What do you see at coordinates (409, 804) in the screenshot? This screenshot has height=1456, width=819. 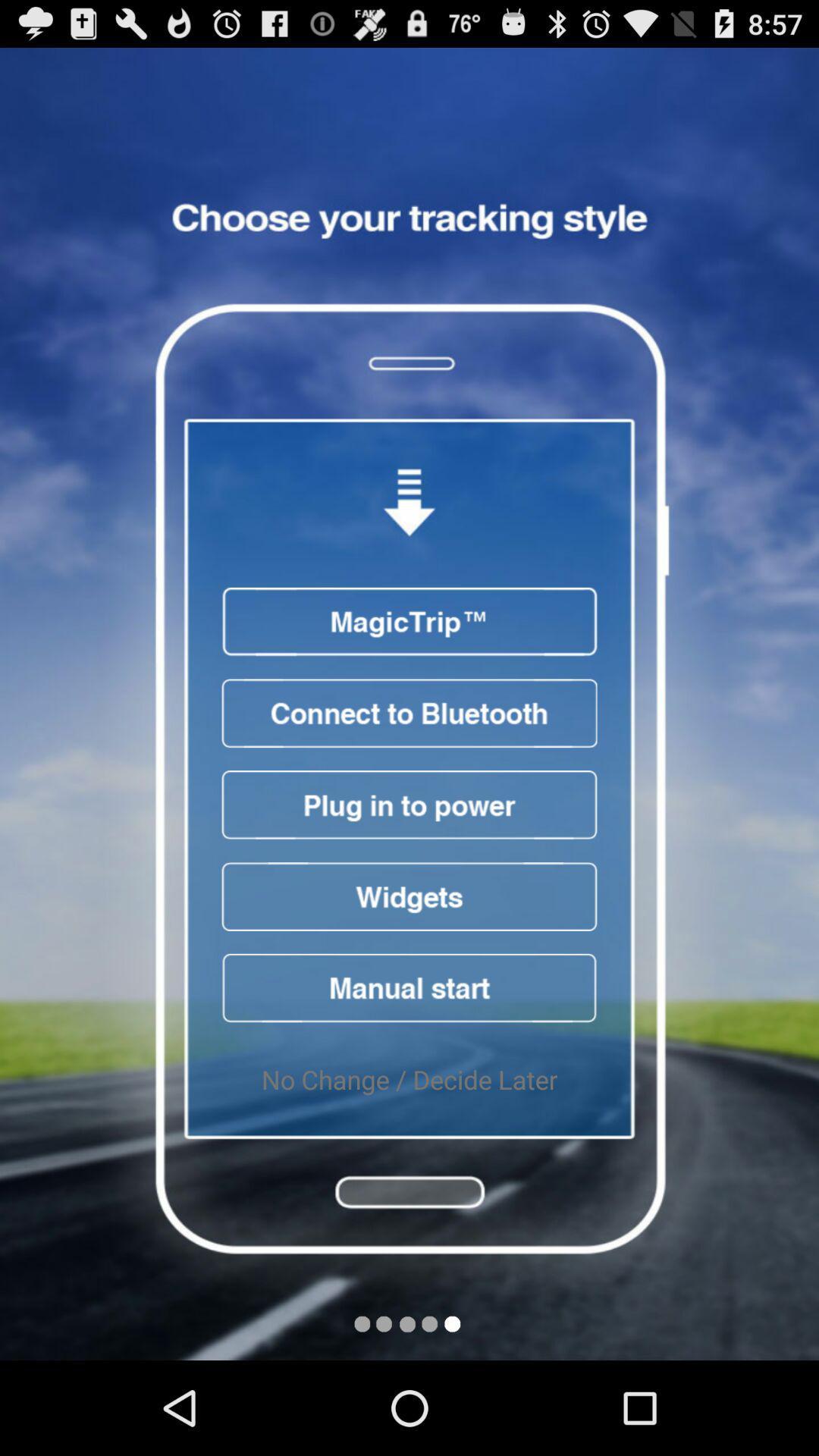 I see `plug in to power` at bounding box center [409, 804].